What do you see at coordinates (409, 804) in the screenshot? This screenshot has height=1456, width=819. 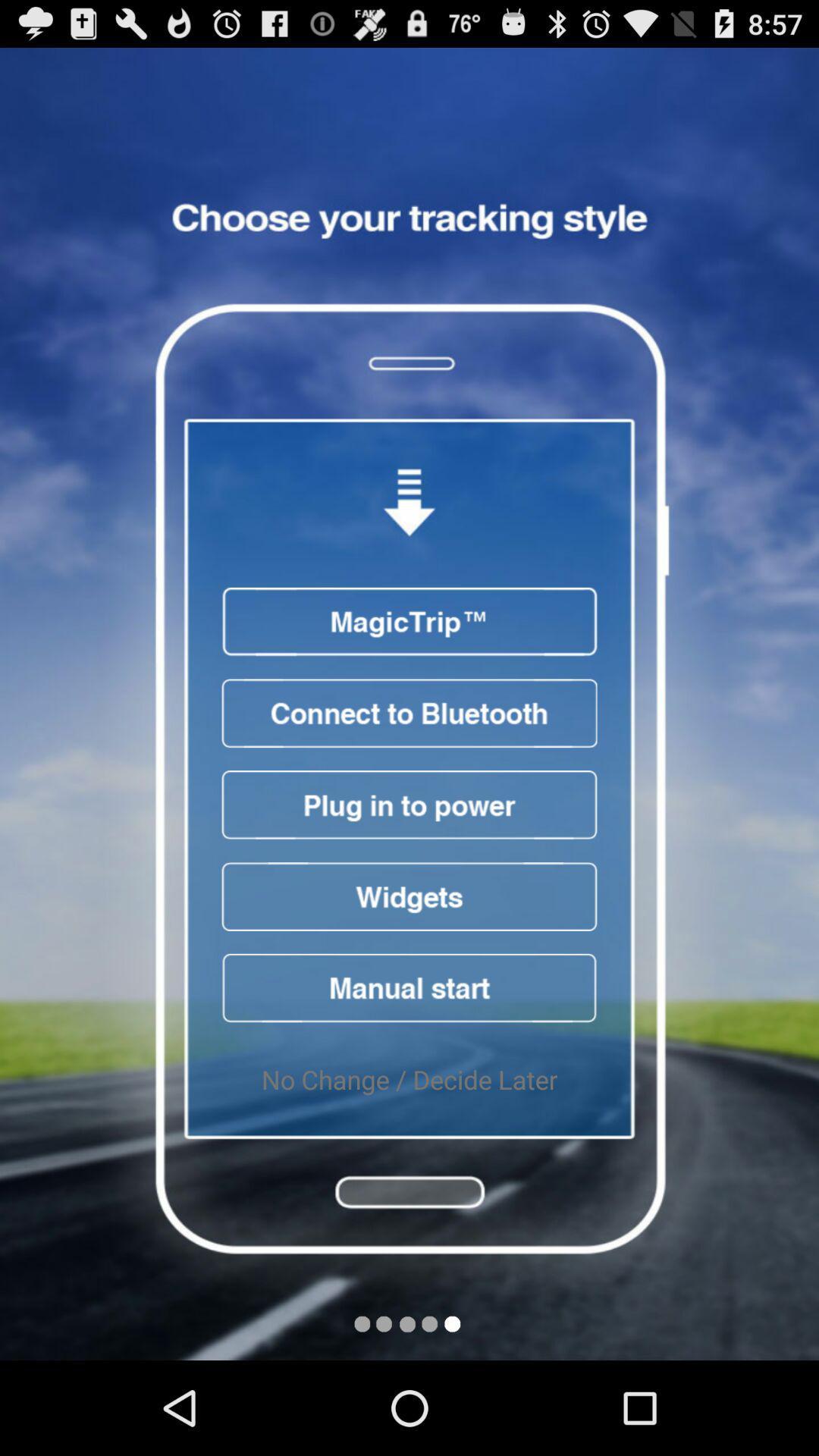 I see `plug in to power` at bounding box center [409, 804].